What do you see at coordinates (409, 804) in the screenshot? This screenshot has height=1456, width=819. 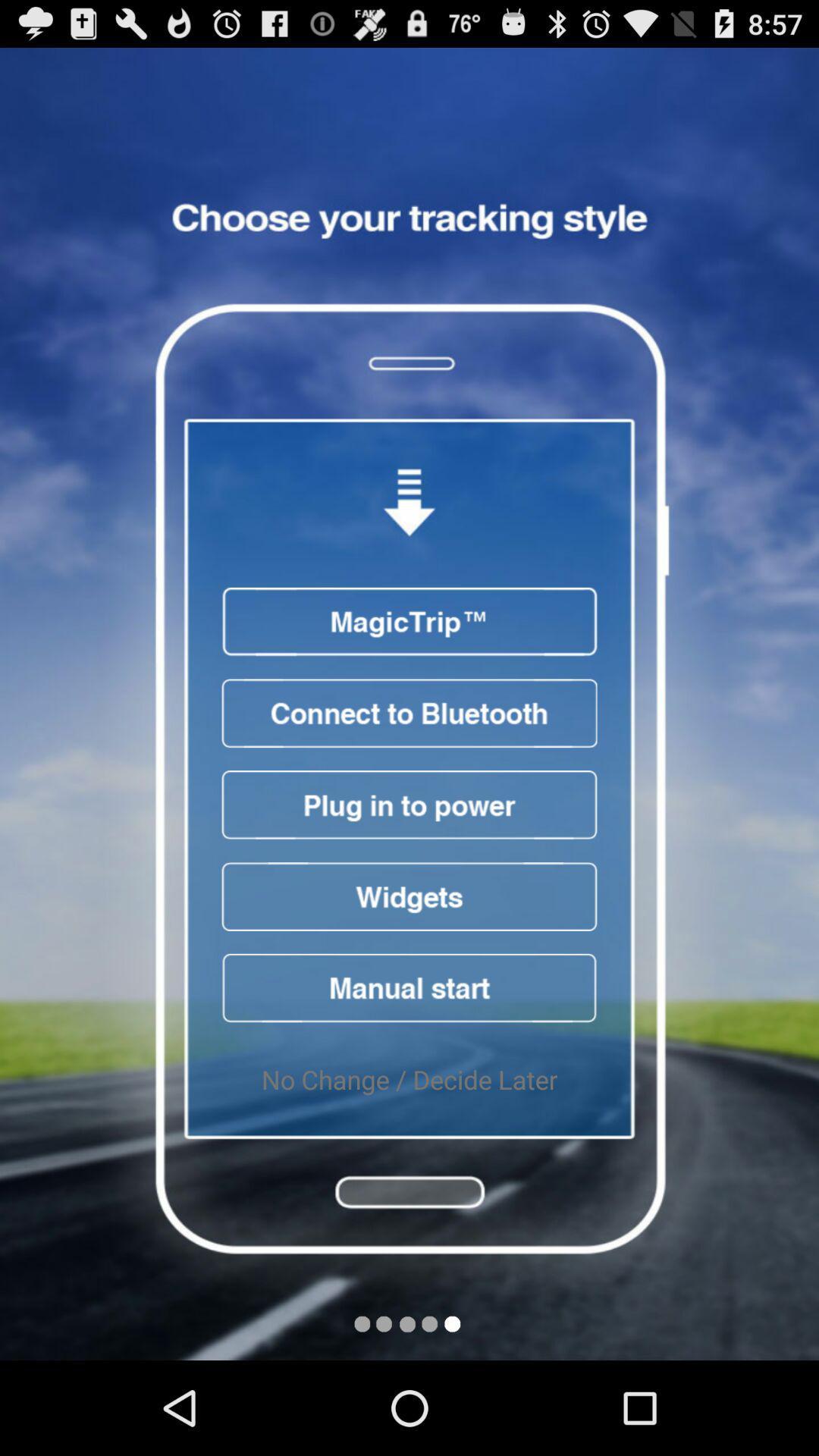 I see `plug in to power` at bounding box center [409, 804].